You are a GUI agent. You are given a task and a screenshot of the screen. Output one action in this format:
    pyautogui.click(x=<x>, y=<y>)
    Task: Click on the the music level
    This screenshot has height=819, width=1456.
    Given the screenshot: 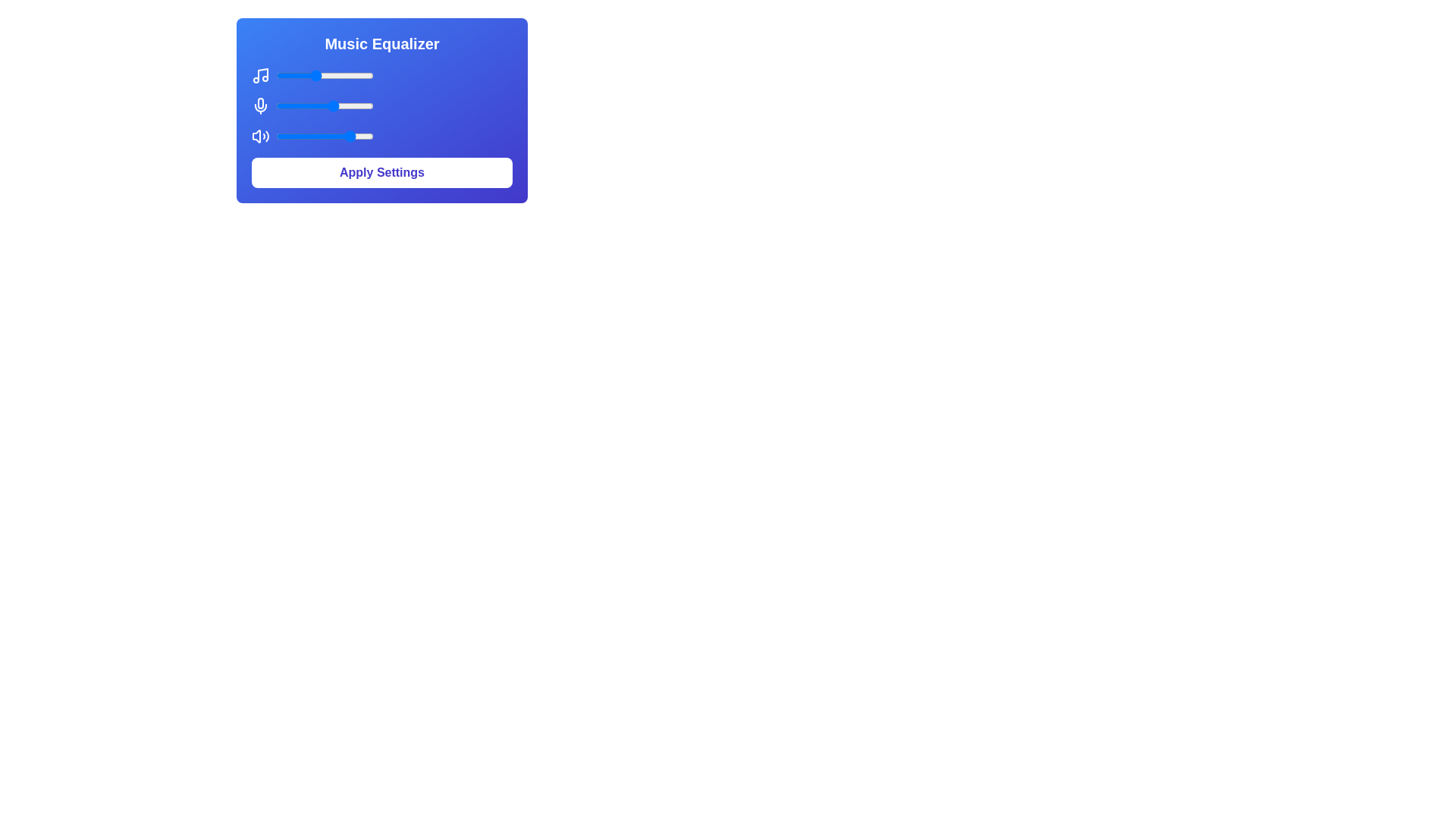 What is the action you would take?
    pyautogui.click(x=278, y=76)
    